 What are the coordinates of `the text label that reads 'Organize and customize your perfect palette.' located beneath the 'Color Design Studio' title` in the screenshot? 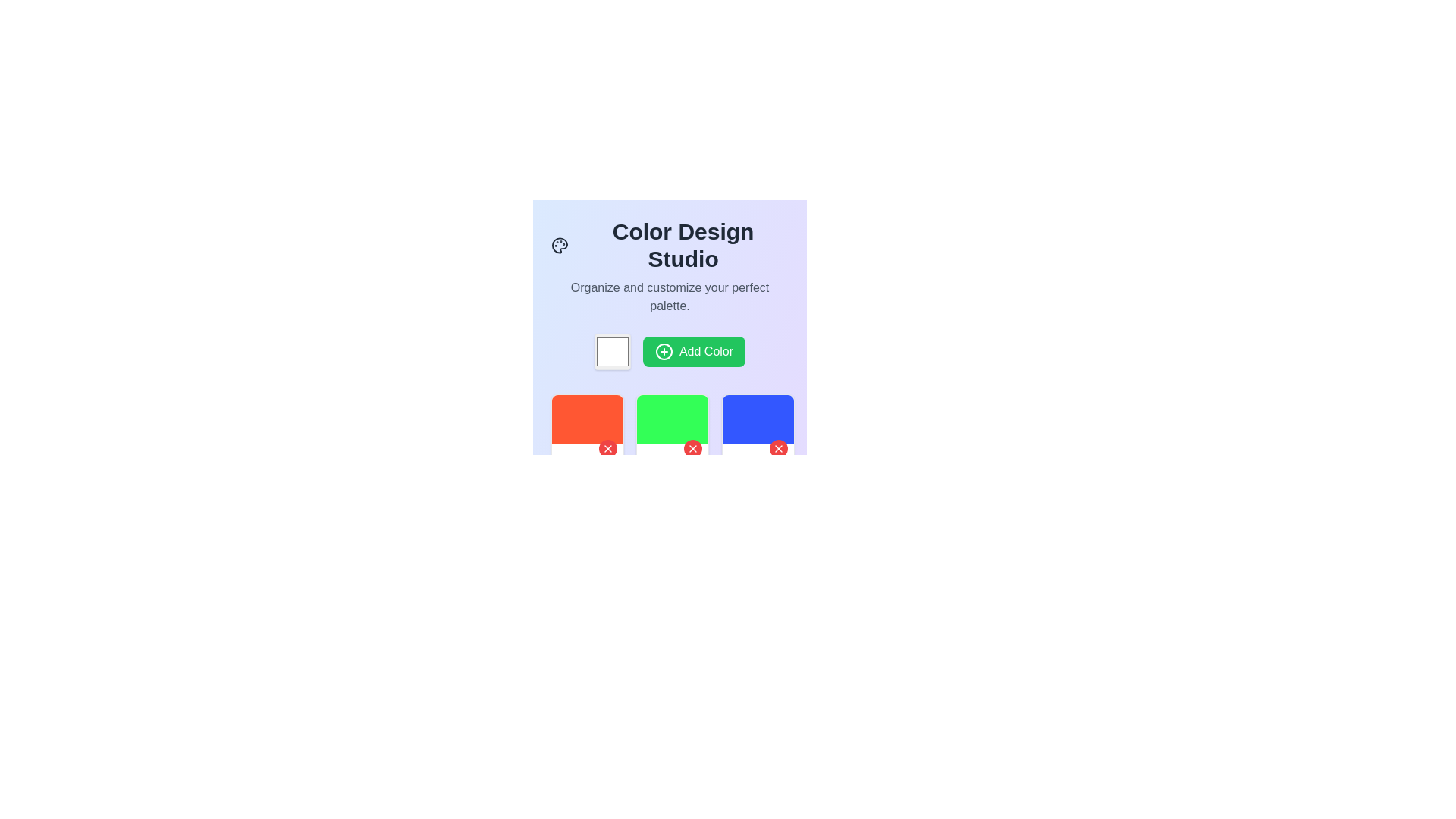 It's located at (669, 297).